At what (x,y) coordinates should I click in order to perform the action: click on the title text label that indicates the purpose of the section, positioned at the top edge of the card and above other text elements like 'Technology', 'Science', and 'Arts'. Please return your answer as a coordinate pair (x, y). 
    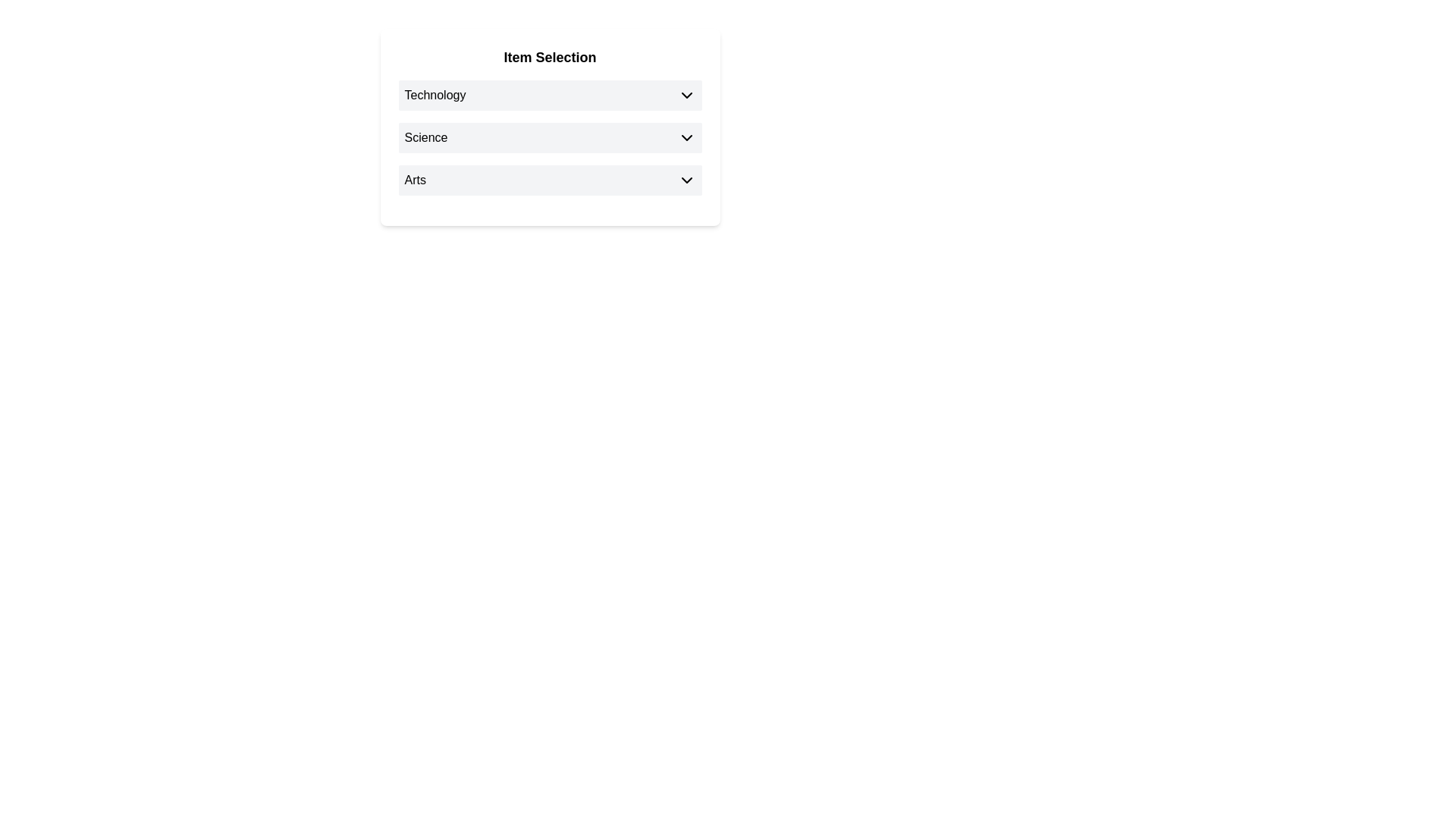
    Looking at the image, I should click on (549, 57).